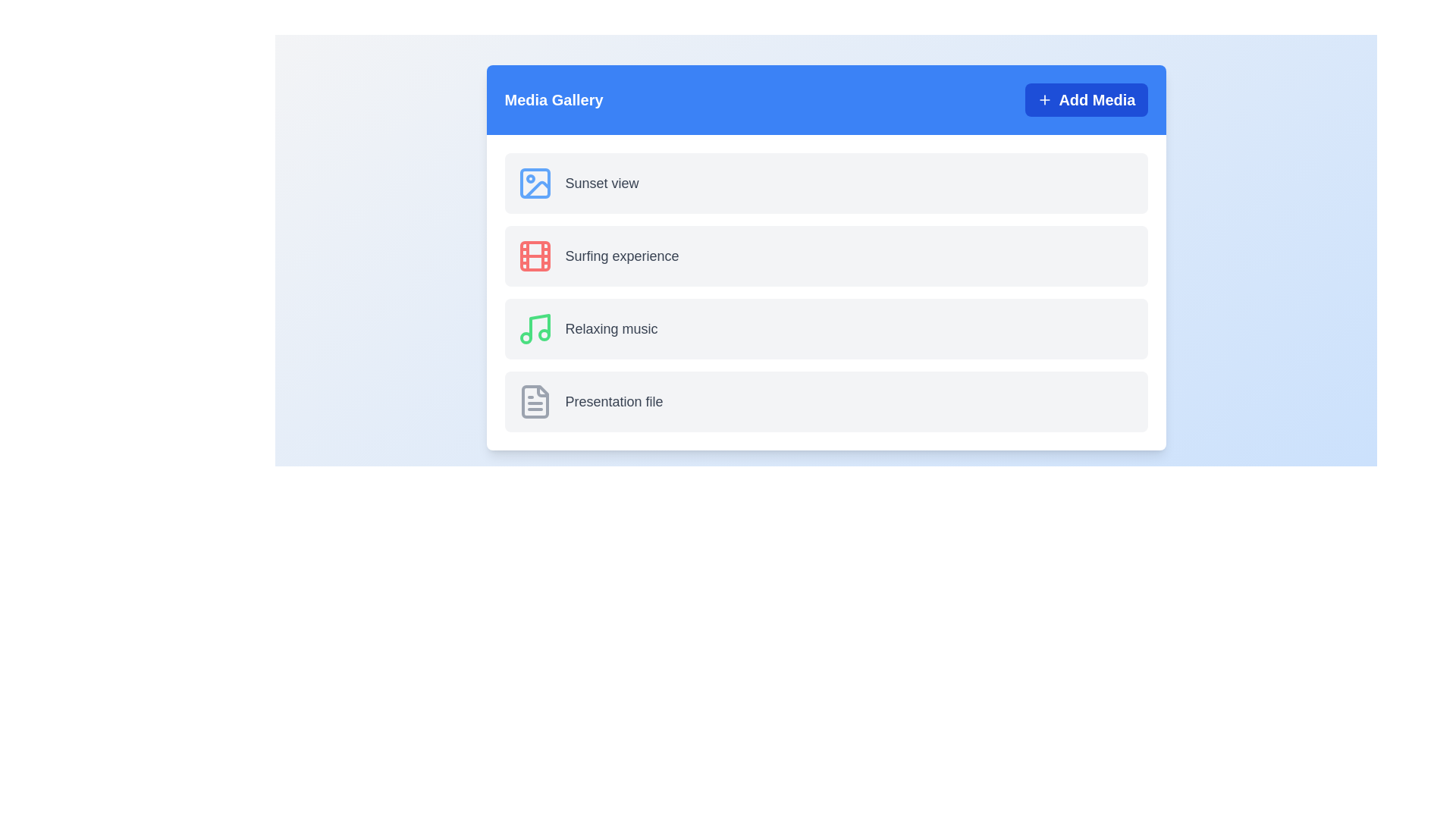 This screenshot has height=819, width=1456. Describe the element at coordinates (535, 183) in the screenshot. I see `the media type icon located at the top left corner of the first list item in the 'Media Gallery' section, preceding the text label 'Sunset view'` at that location.